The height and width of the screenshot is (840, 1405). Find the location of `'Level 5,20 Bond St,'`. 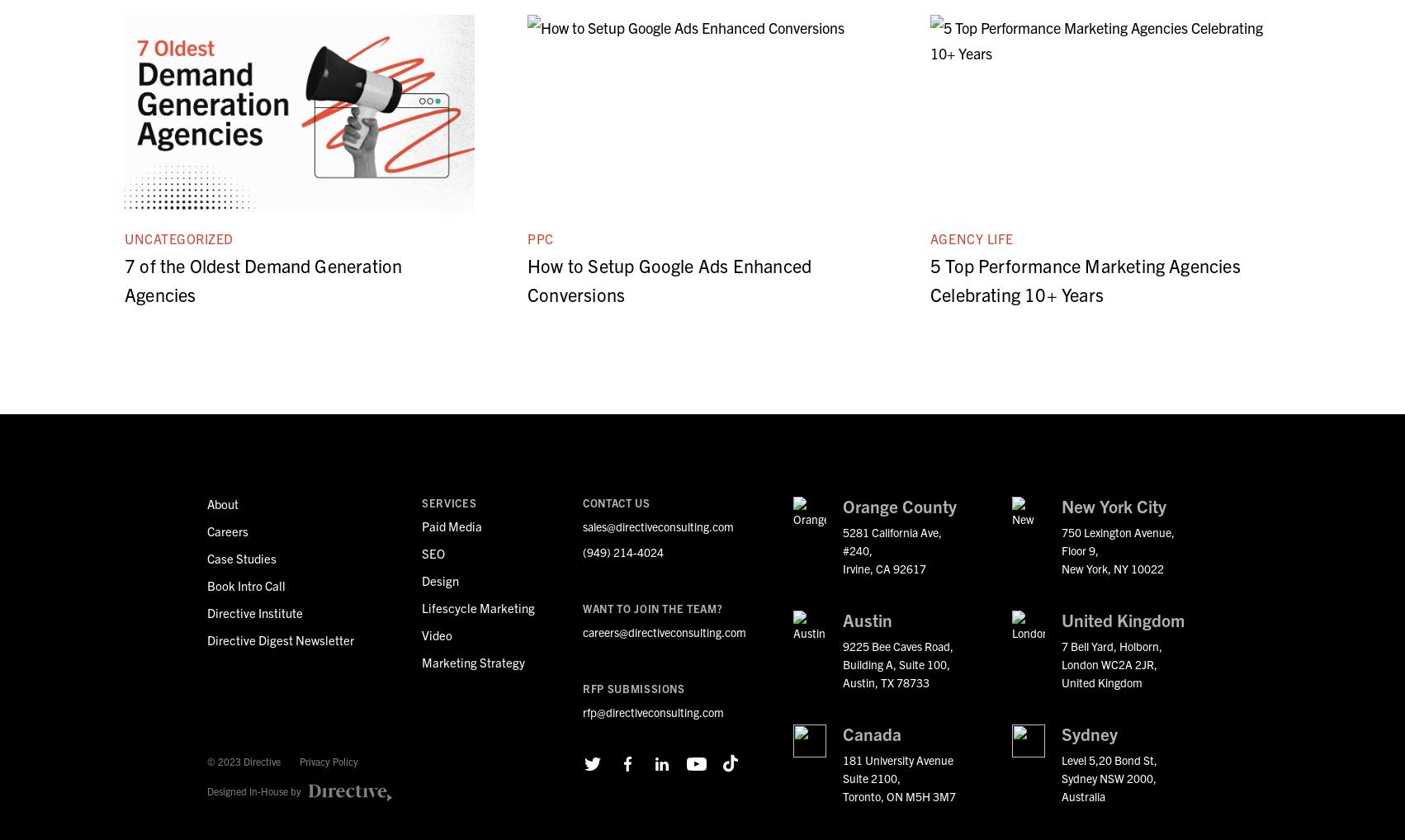

'Level 5,20 Bond St,' is located at coordinates (1109, 758).